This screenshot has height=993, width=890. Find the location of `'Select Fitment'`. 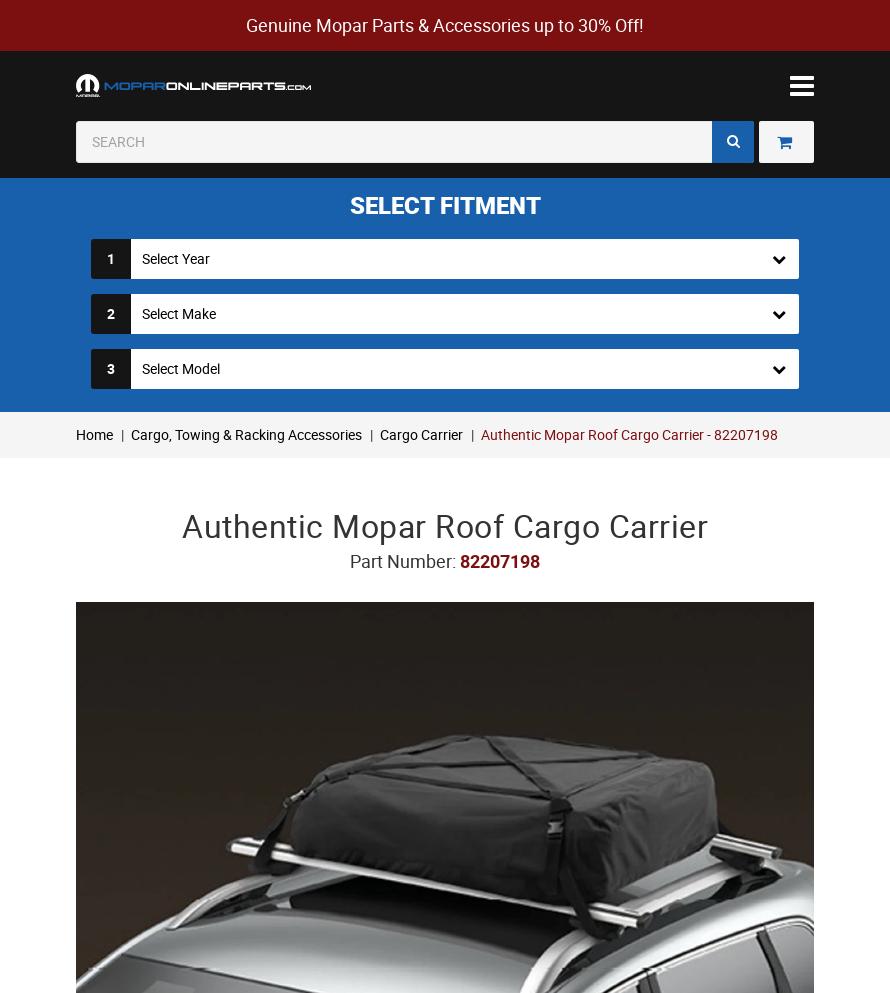

'Select Fitment' is located at coordinates (443, 203).